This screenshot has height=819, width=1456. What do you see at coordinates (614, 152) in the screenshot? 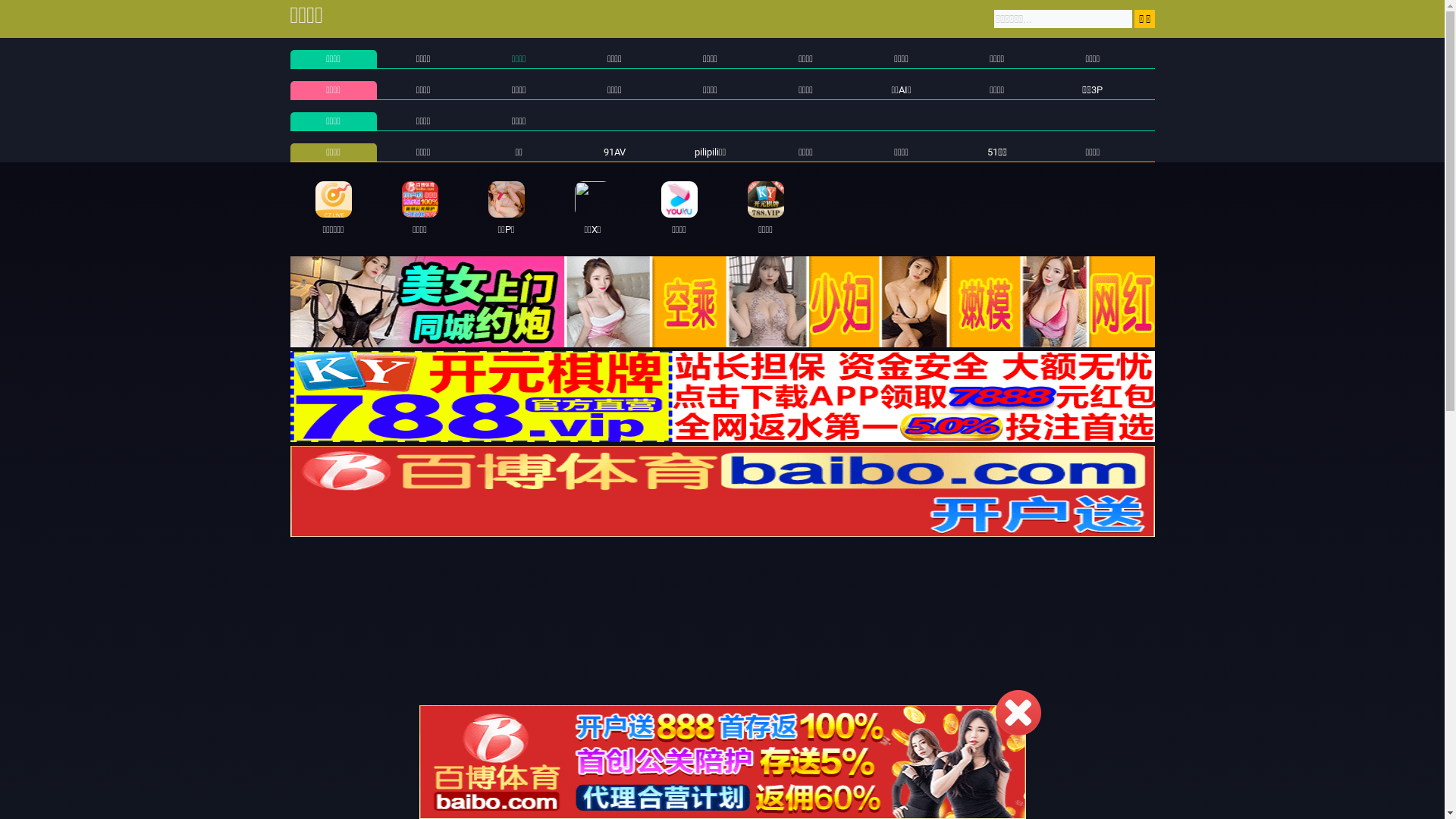
I see `'91AV'` at bounding box center [614, 152].